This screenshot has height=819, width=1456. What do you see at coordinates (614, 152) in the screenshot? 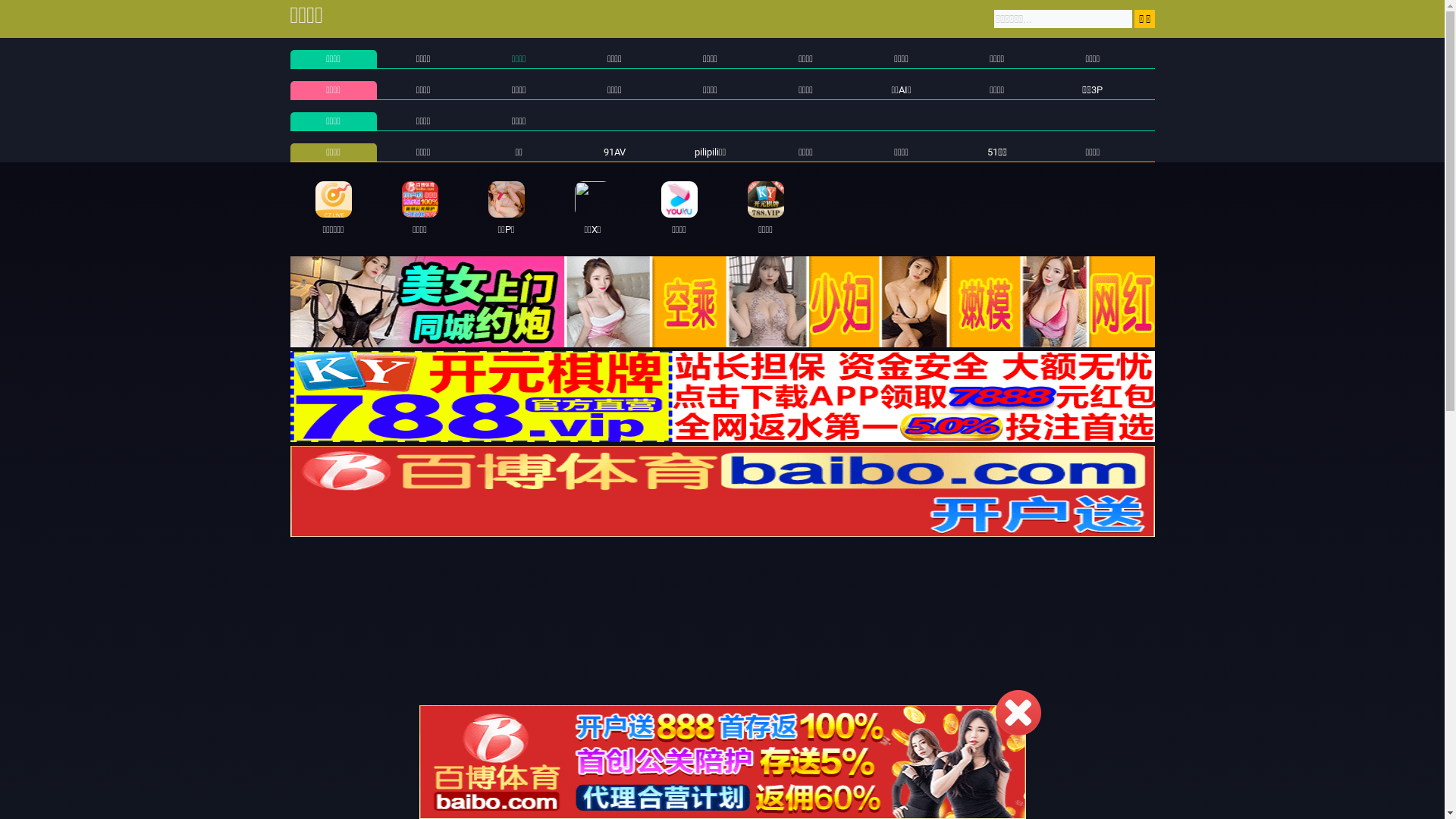
I see `'91AV'` at bounding box center [614, 152].